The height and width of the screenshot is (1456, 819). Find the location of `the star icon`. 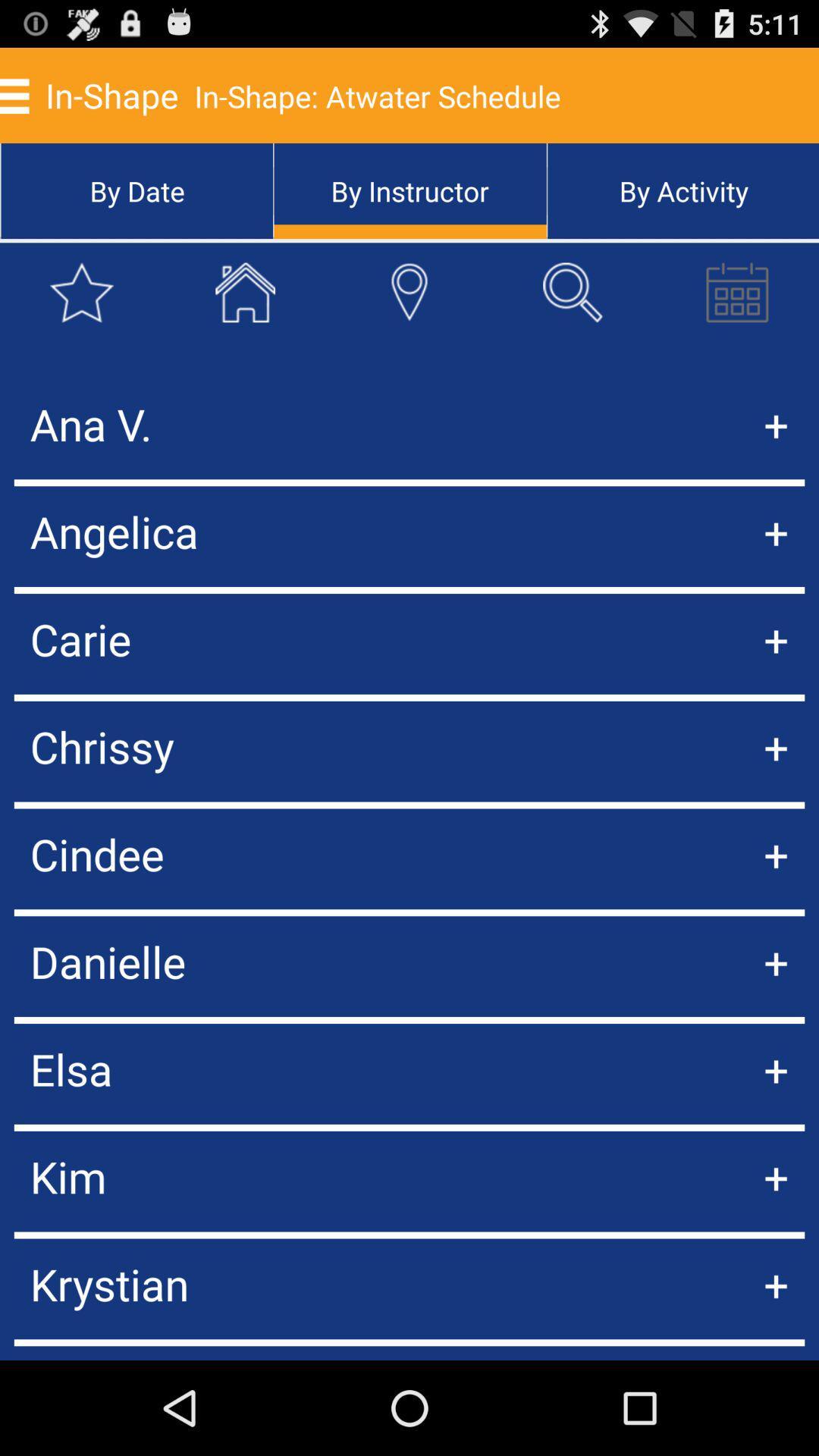

the star icon is located at coordinates (82, 312).